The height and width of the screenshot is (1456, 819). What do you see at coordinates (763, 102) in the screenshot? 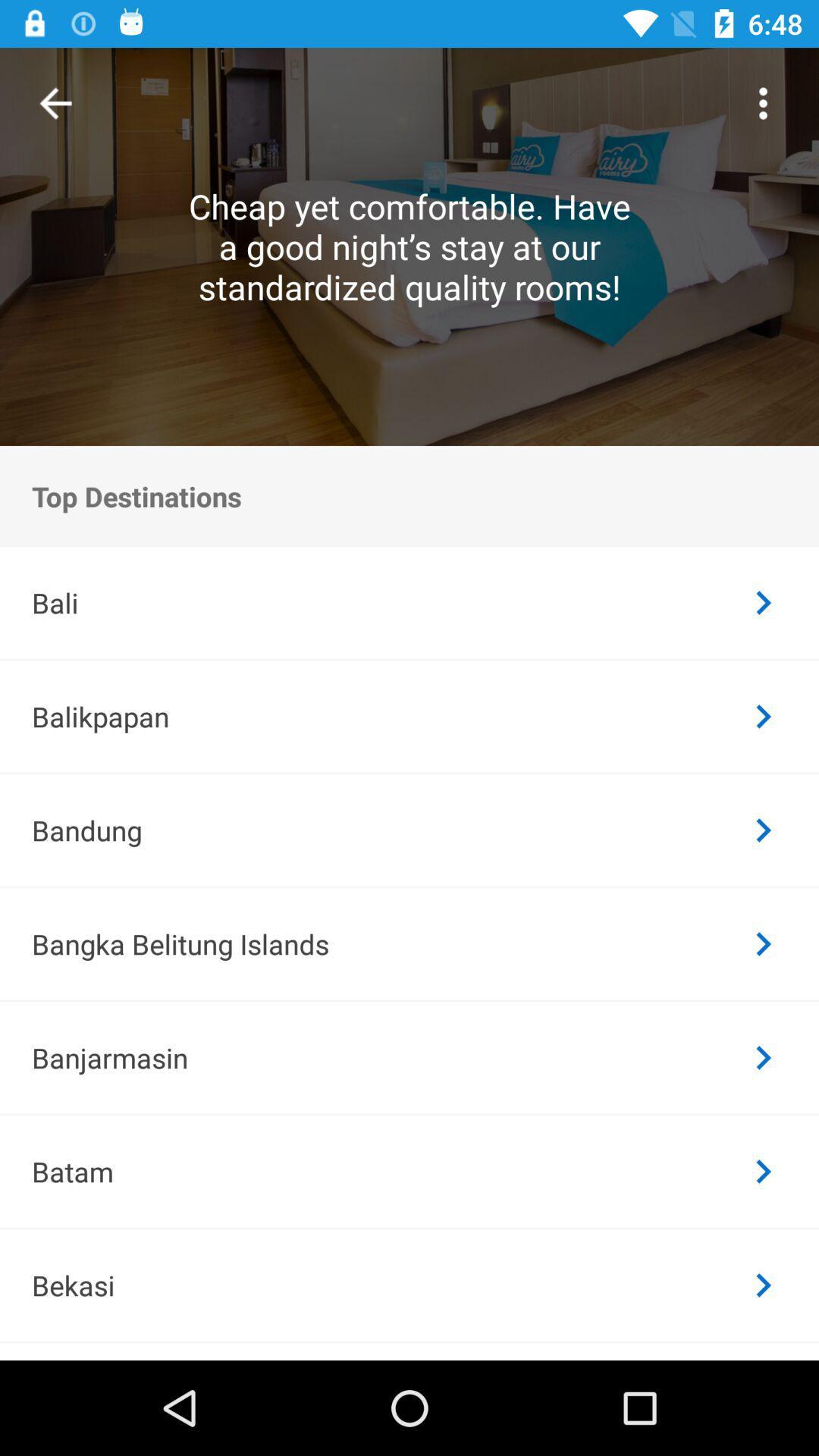
I see `item next to the cheap yet comfortable` at bounding box center [763, 102].